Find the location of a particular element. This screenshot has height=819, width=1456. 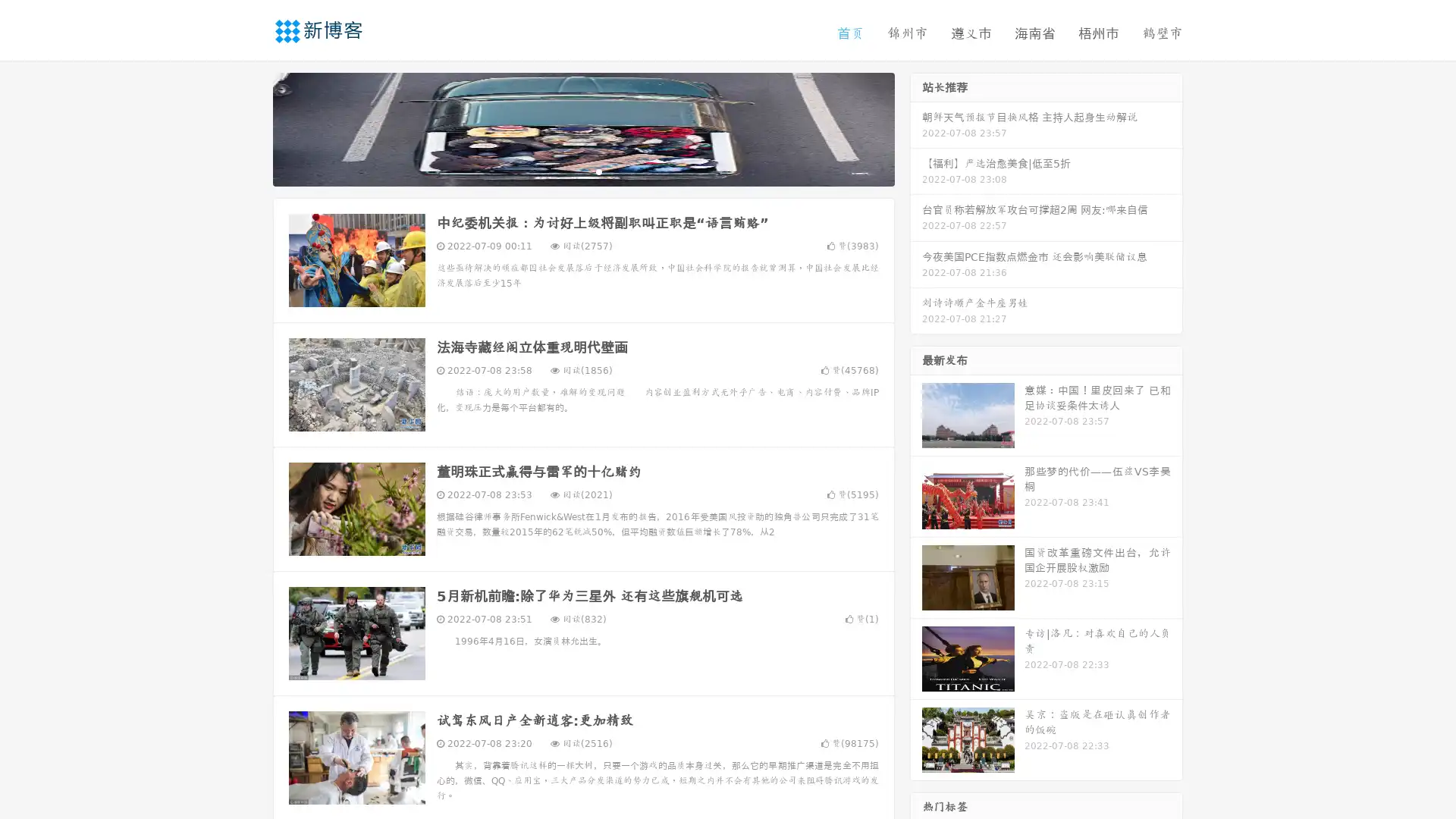

Go to slide 3 is located at coordinates (598, 171).